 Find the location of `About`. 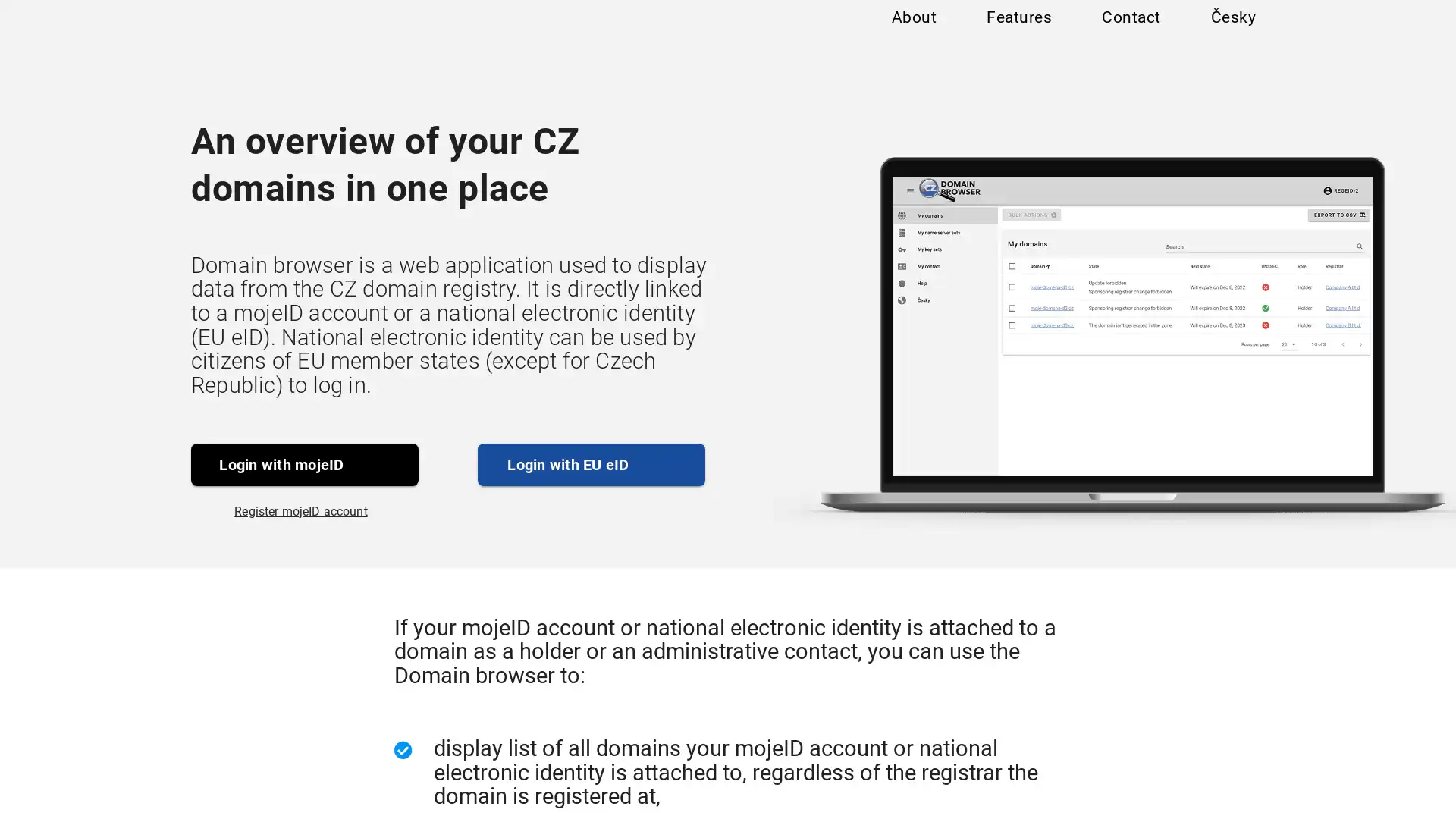

About is located at coordinates (912, 32).